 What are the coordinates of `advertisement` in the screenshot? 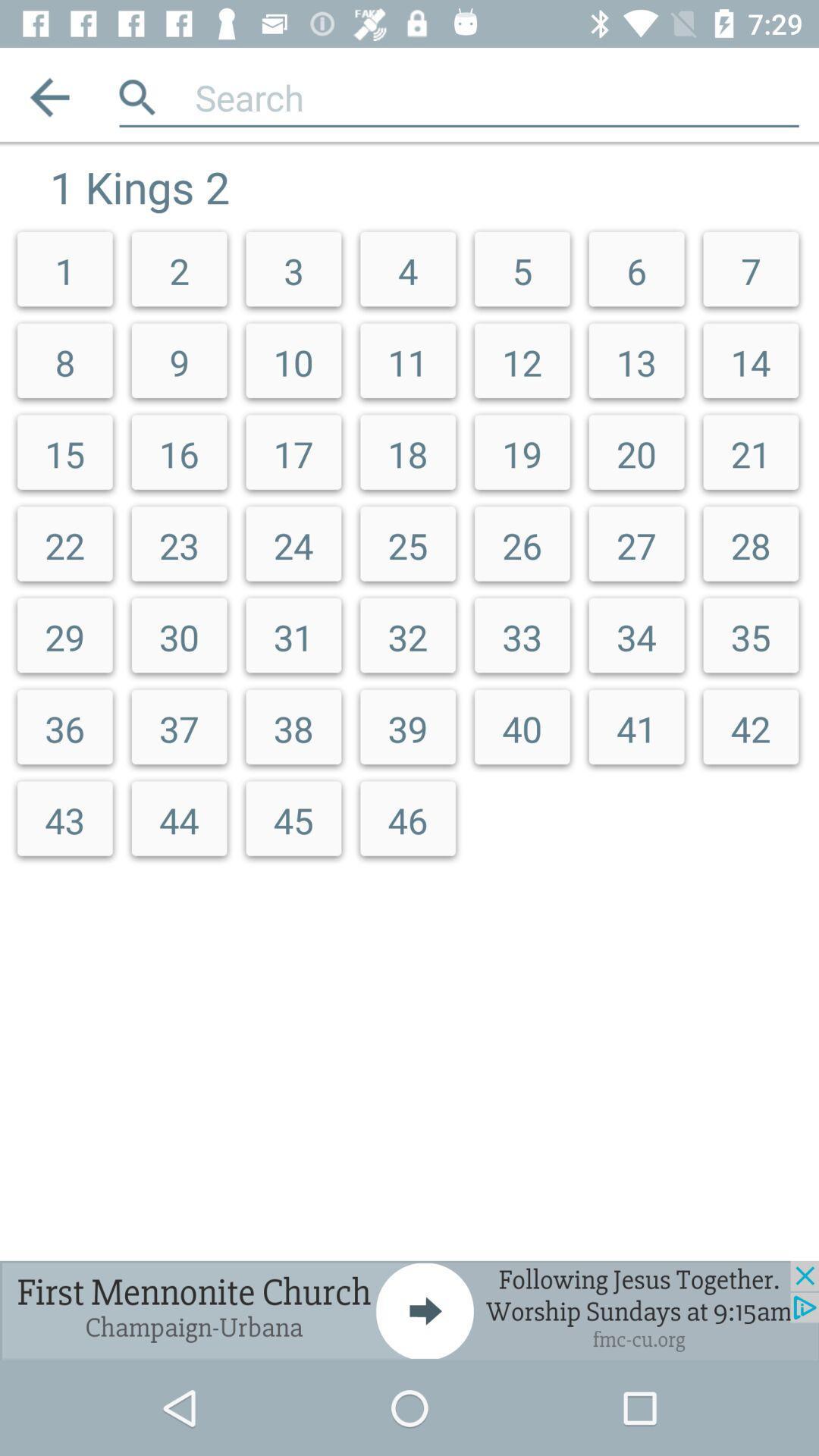 It's located at (409, 1310).